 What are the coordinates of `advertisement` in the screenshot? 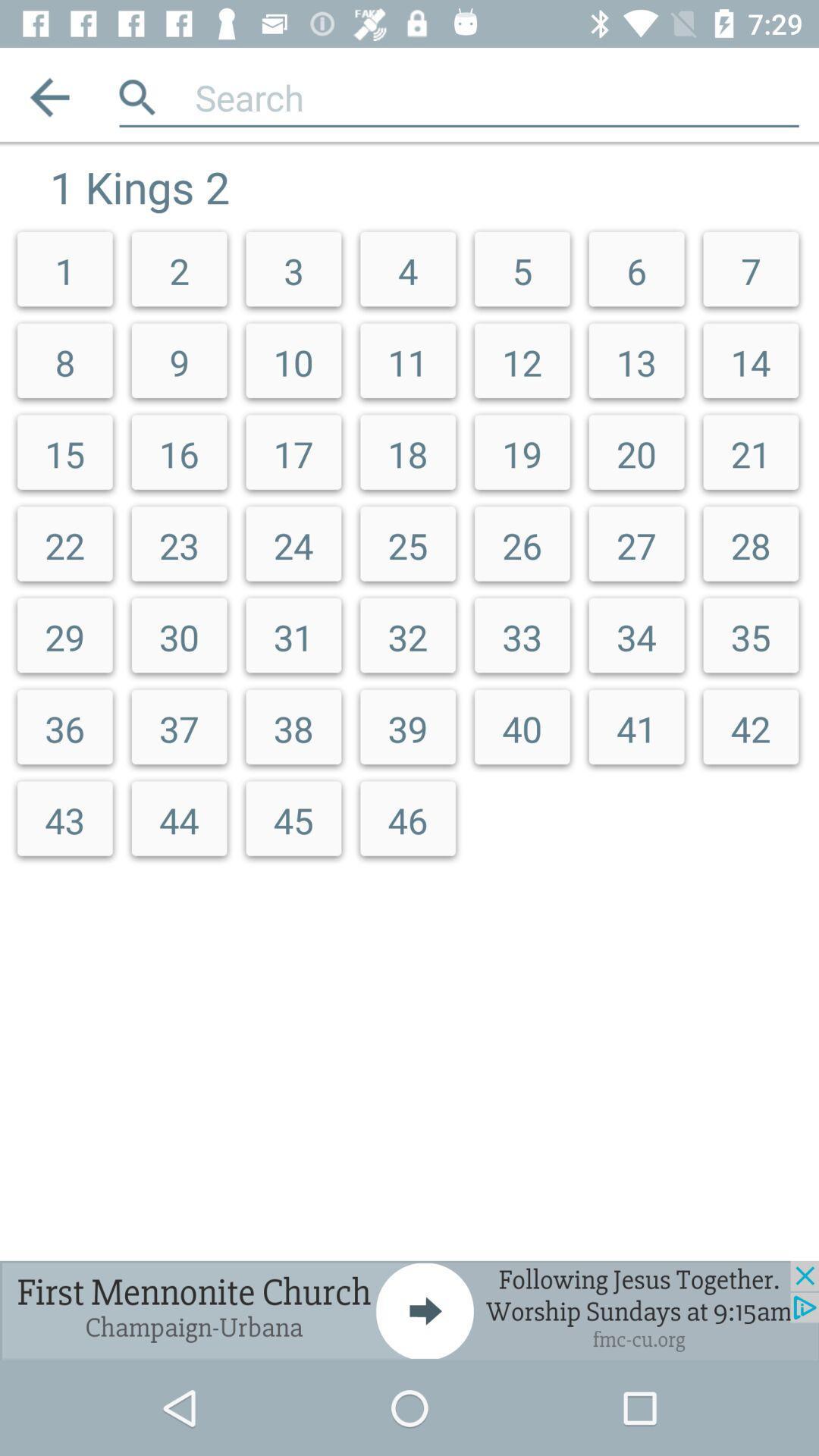 It's located at (409, 1310).